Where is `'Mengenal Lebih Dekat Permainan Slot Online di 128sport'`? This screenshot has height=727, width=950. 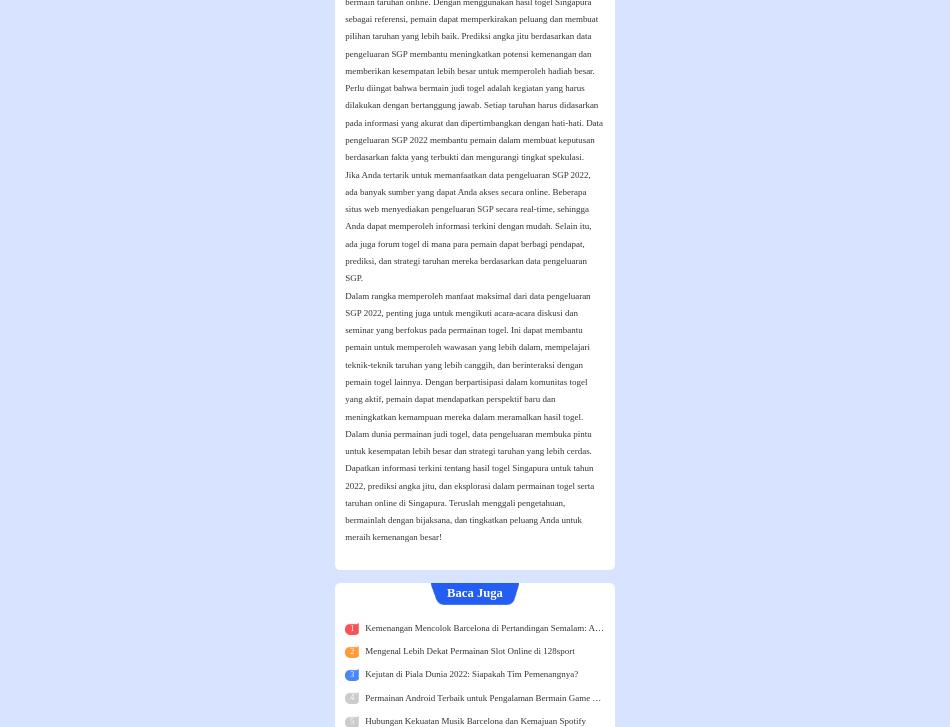 'Mengenal Lebih Dekat Permainan Slot Online di 128sport' is located at coordinates (468, 650).